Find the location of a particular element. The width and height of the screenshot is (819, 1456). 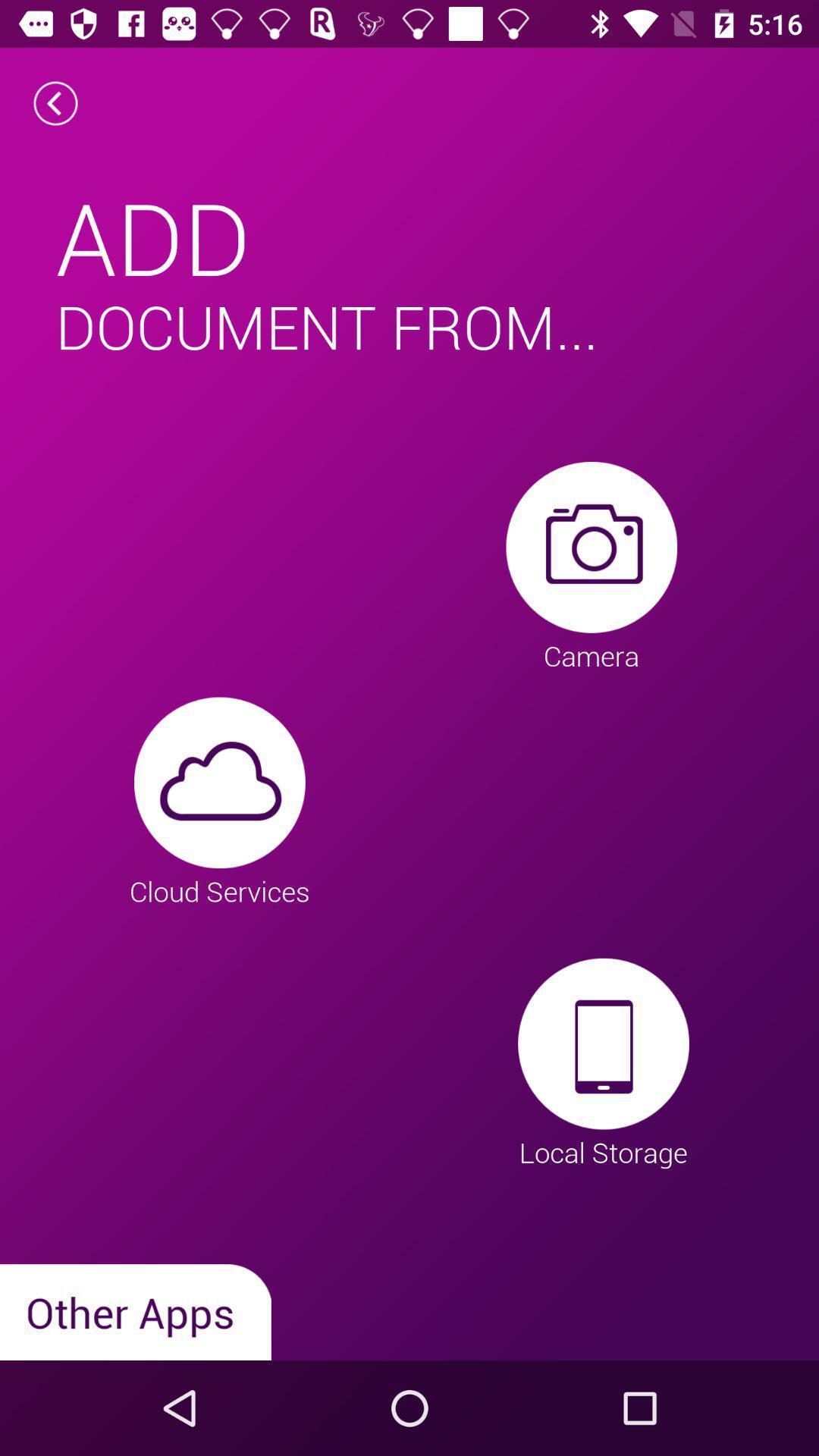

the arrow_backward icon is located at coordinates (55, 102).